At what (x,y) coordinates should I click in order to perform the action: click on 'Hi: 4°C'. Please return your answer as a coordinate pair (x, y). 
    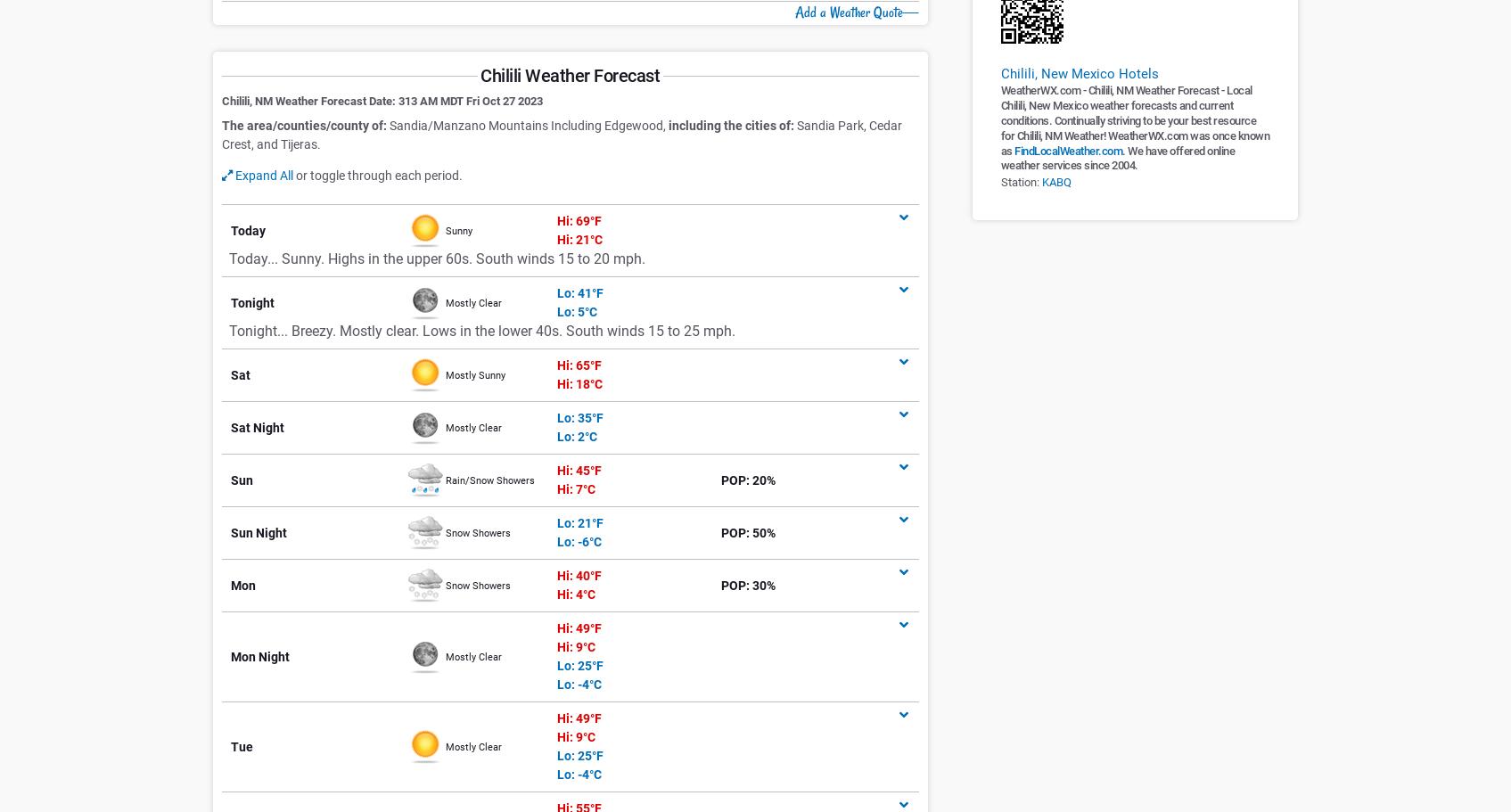
    Looking at the image, I should click on (575, 594).